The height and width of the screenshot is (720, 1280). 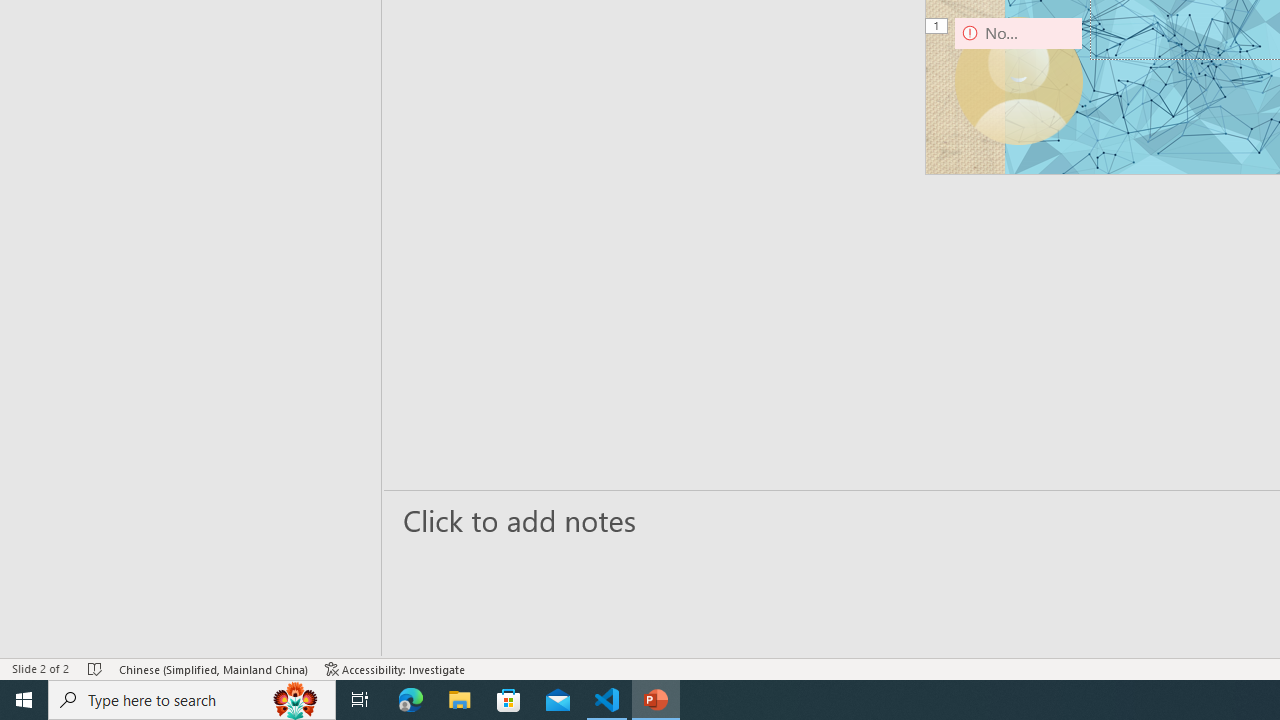 I want to click on 'Camera 9, No camera detected.', so click(x=1018, y=80).